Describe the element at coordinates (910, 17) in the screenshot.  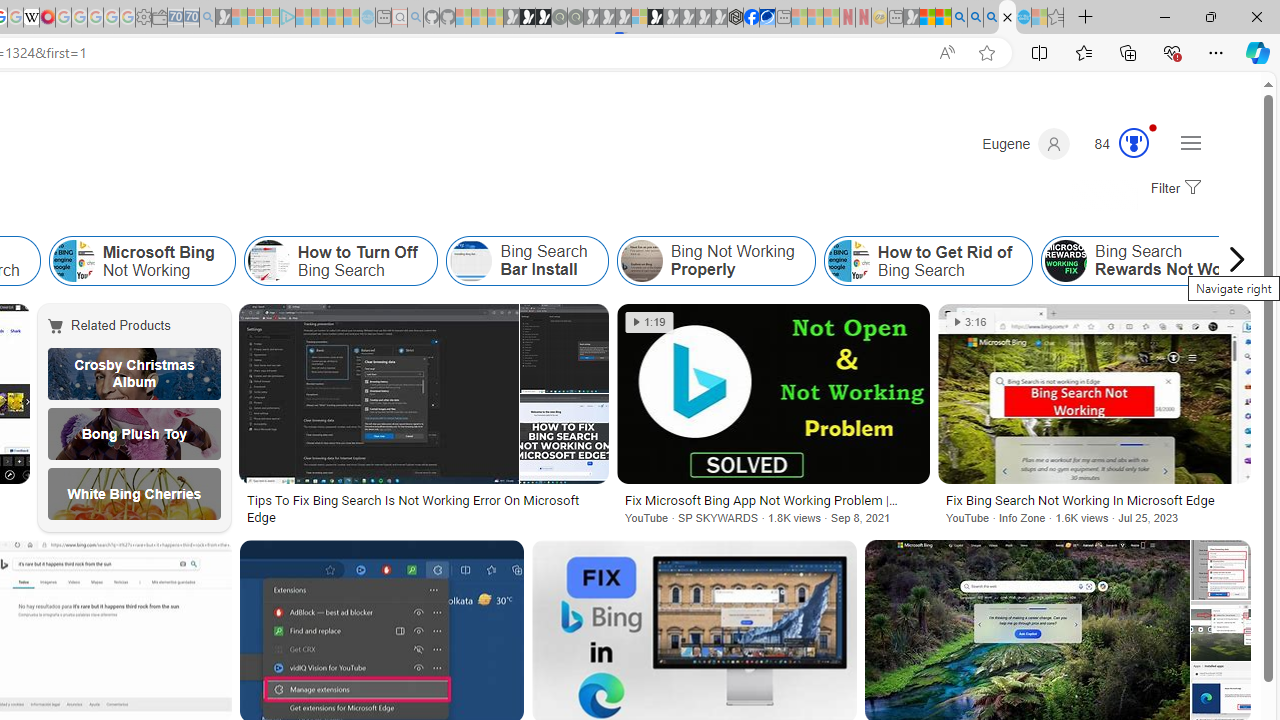
I see `'MSN - Sleeping'` at that location.